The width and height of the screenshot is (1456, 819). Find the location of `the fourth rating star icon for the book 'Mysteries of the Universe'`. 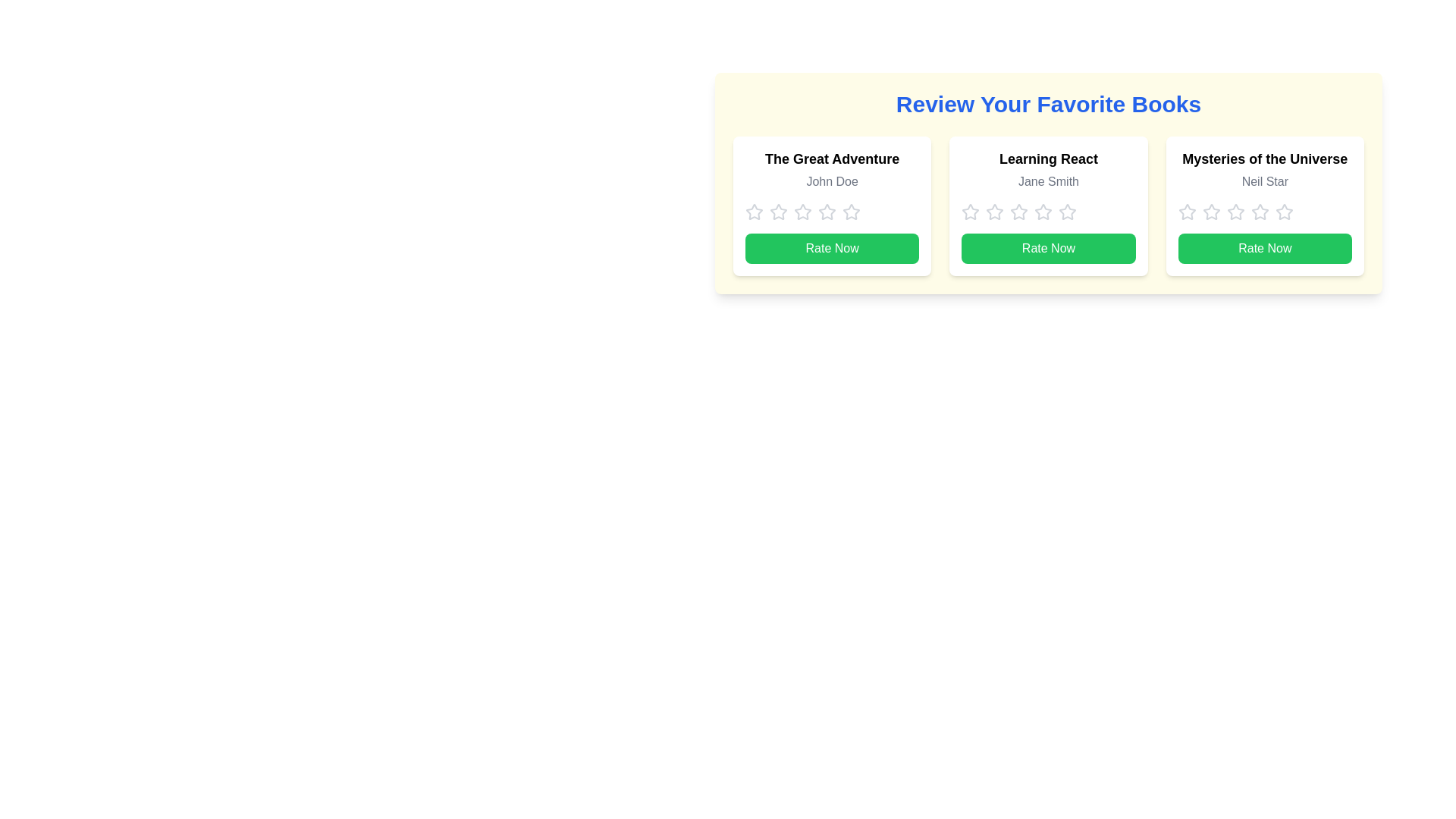

the fourth rating star icon for the book 'Mysteries of the Universe' is located at coordinates (1283, 212).